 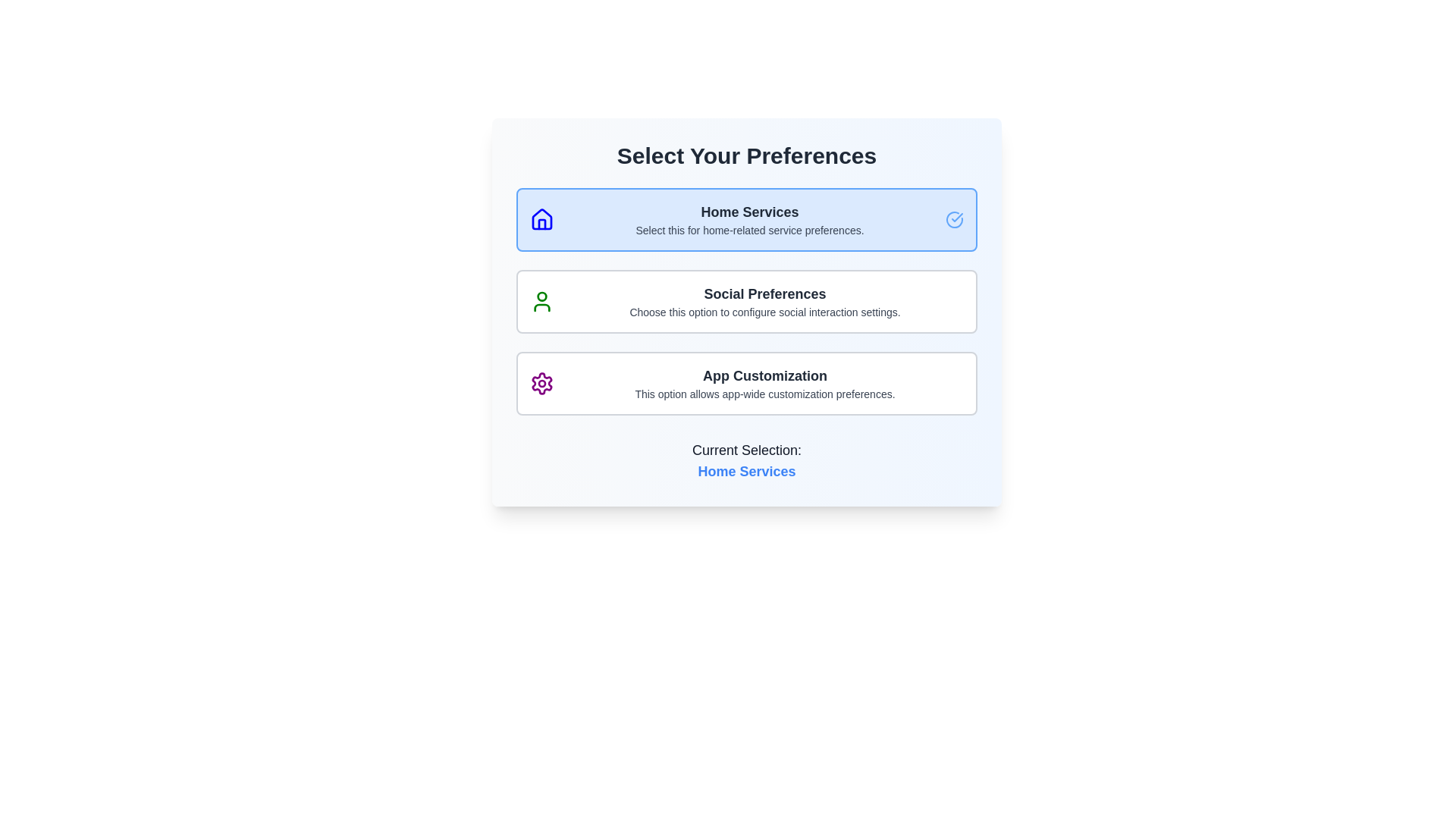 I want to click on text description located below the 'App Customization' title, which provides a brief explanation of the option, so click(x=764, y=394).